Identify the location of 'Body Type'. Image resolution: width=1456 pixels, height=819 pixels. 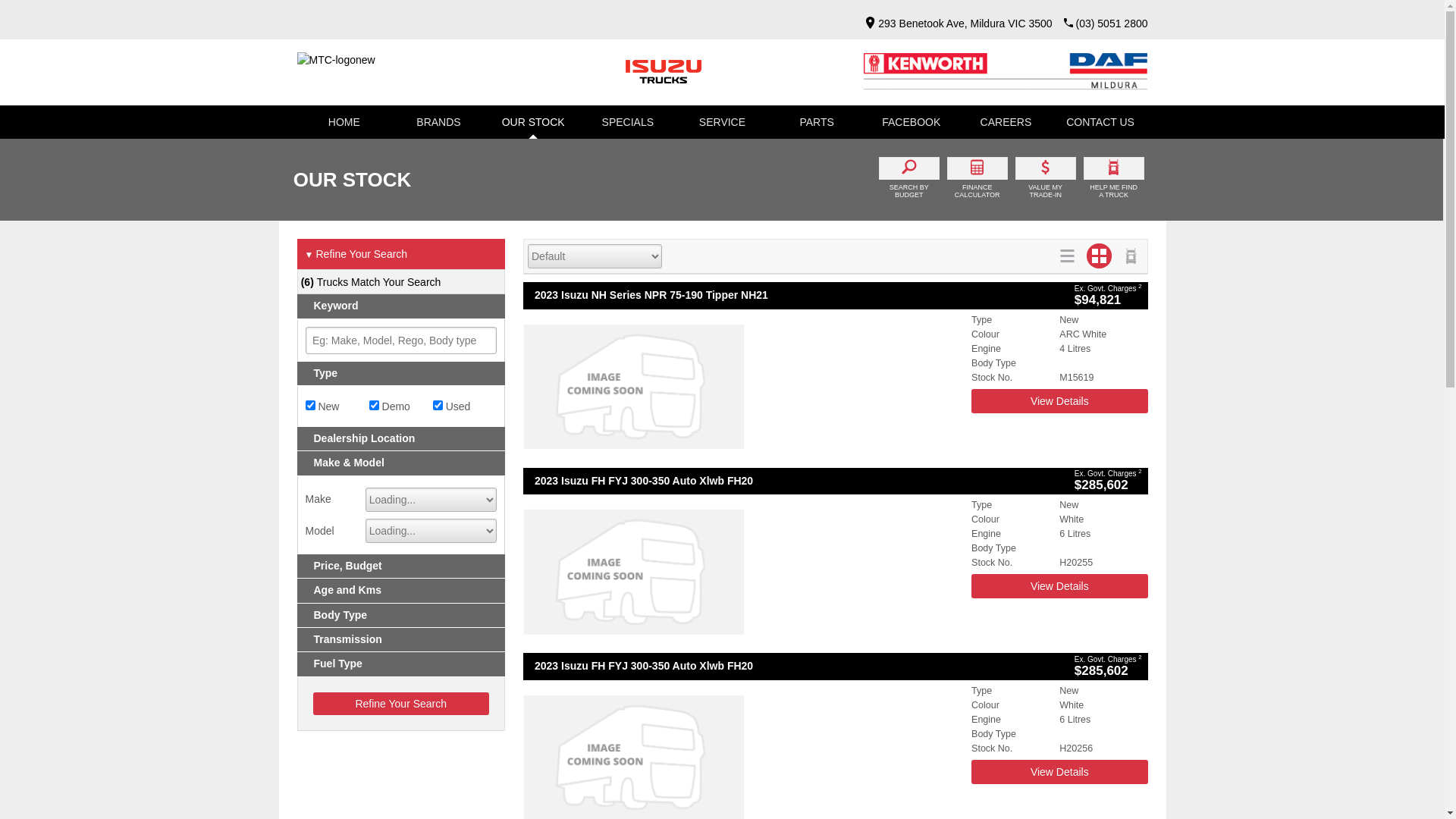
(401, 615).